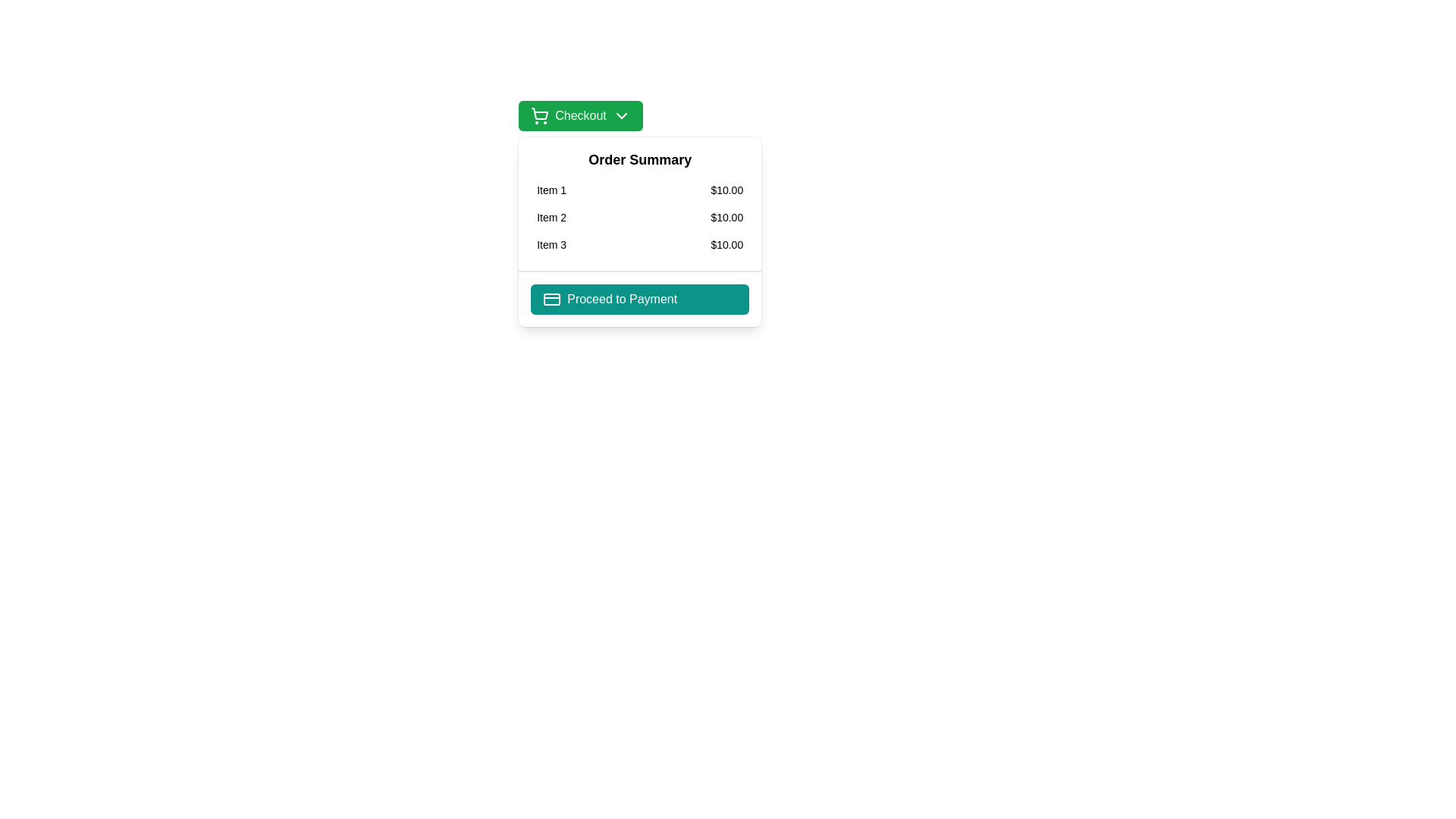  Describe the element at coordinates (640, 299) in the screenshot. I see `the 'Proceed to Payment' button, which has a teal background and a credit card icon, located at the bottom of the 'Order Summary' dialog` at that location.